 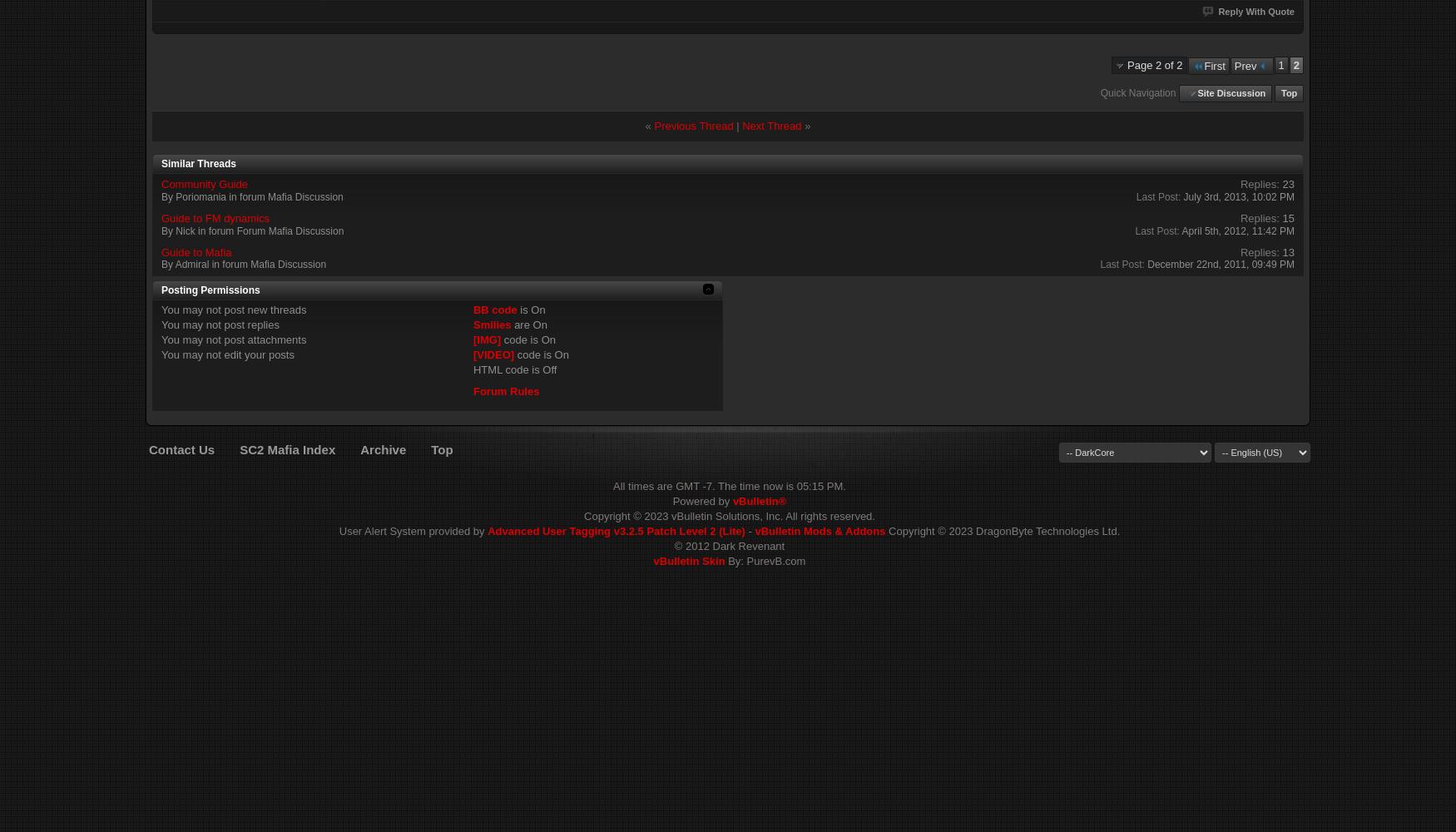 What do you see at coordinates (1003, 531) in the screenshot?
I see `'Copyright © 2023 DragonByte Technologies Ltd.'` at bounding box center [1003, 531].